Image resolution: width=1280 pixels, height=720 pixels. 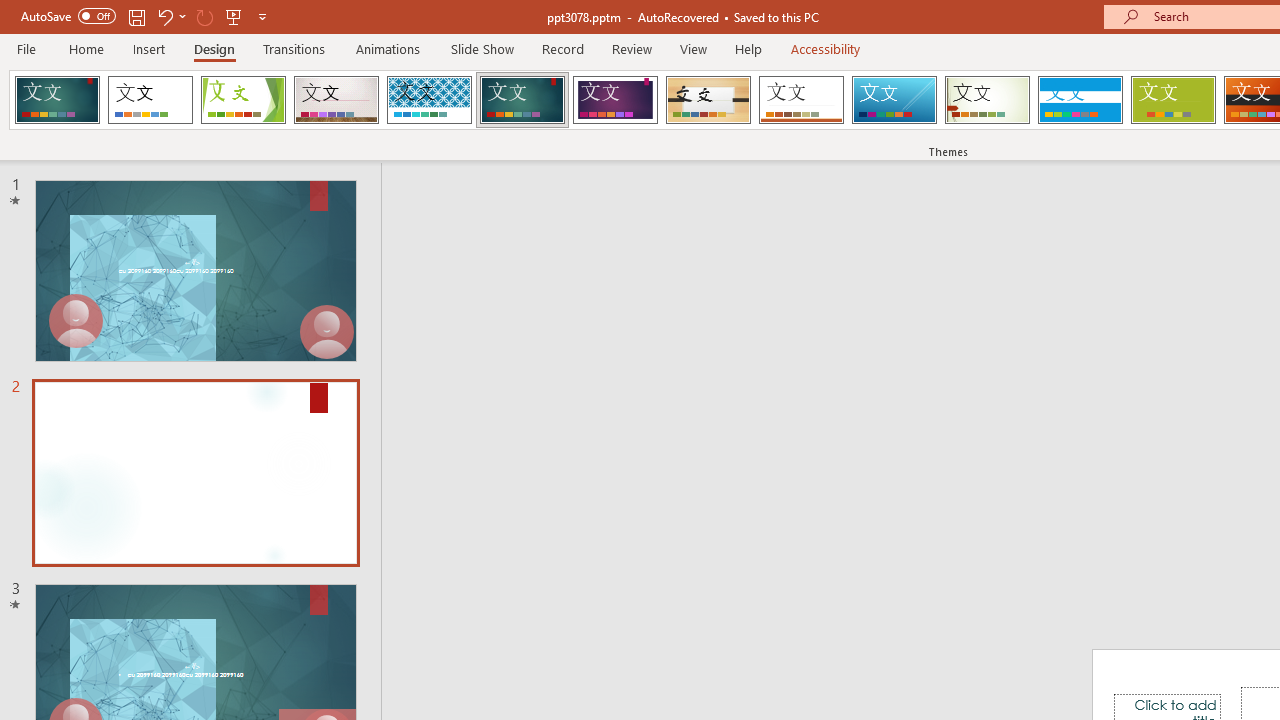 What do you see at coordinates (1079, 100) in the screenshot?
I see `'Banded'` at bounding box center [1079, 100].